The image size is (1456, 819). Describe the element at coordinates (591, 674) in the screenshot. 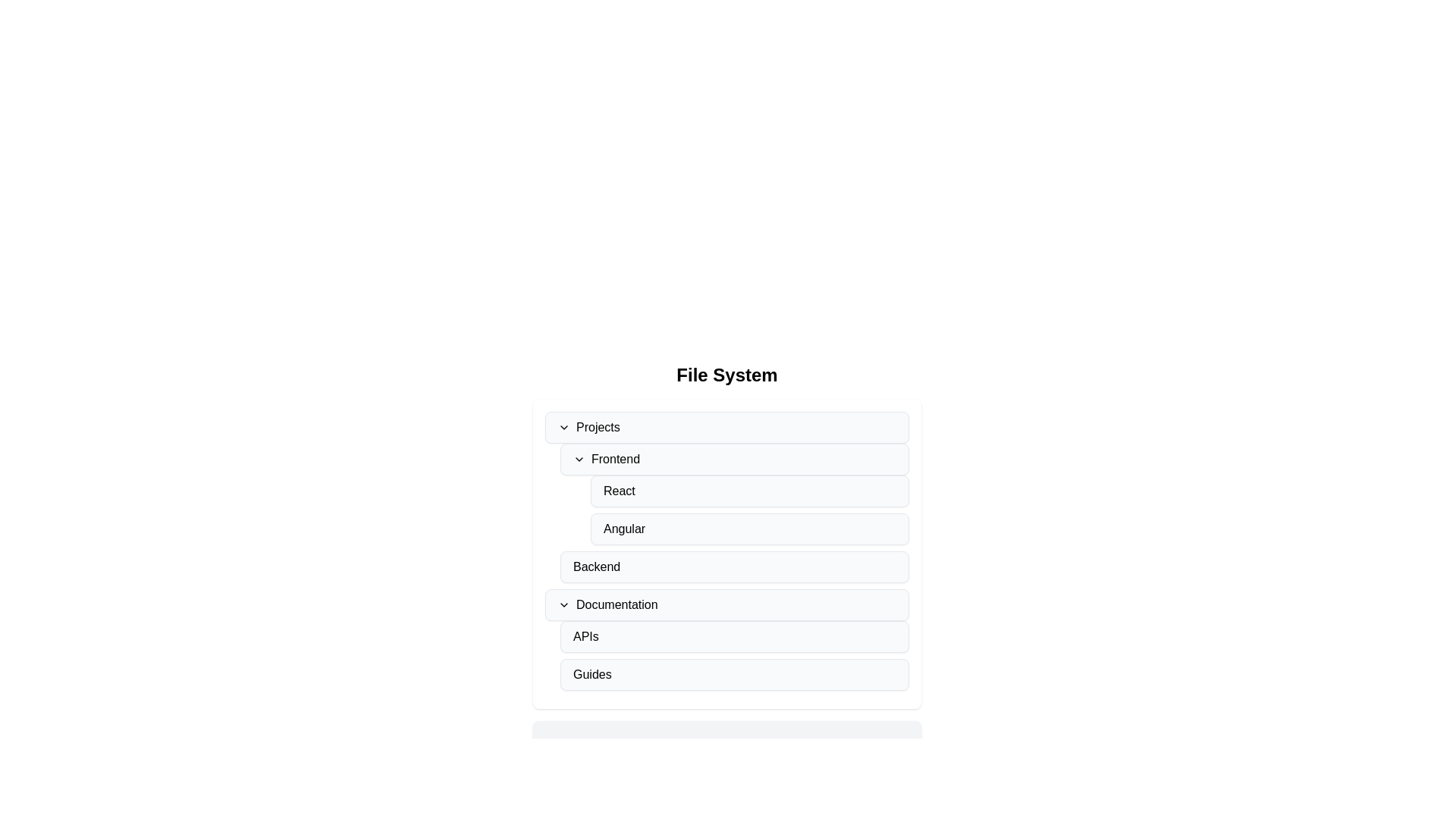

I see `the text label reading 'Guides'` at that location.